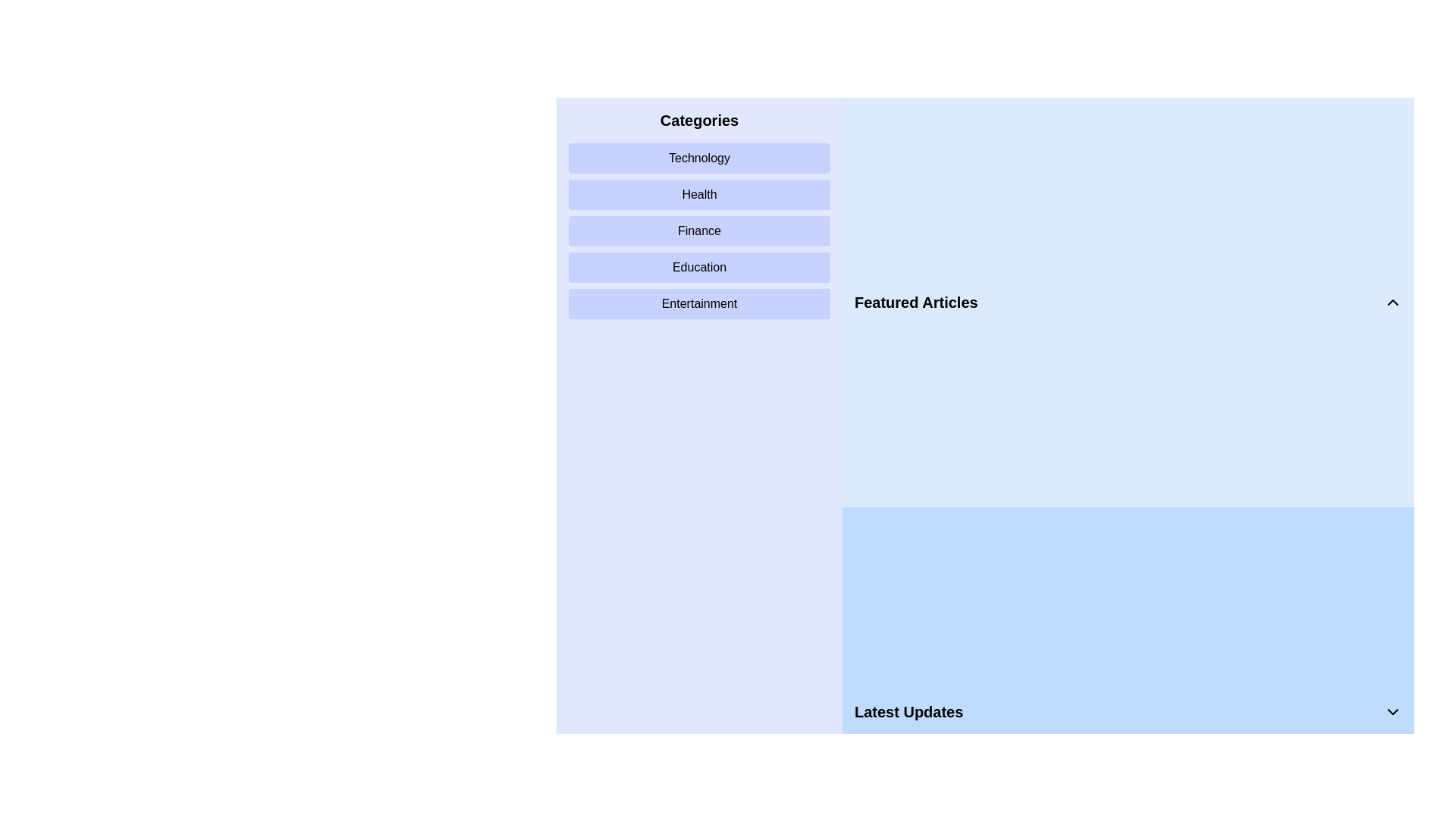 The width and height of the screenshot is (1456, 819). What do you see at coordinates (698, 267) in the screenshot?
I see `the 'Education' category button located in the vertical list of buttons for navigation within the application interface` at bounding box center [698, 267].